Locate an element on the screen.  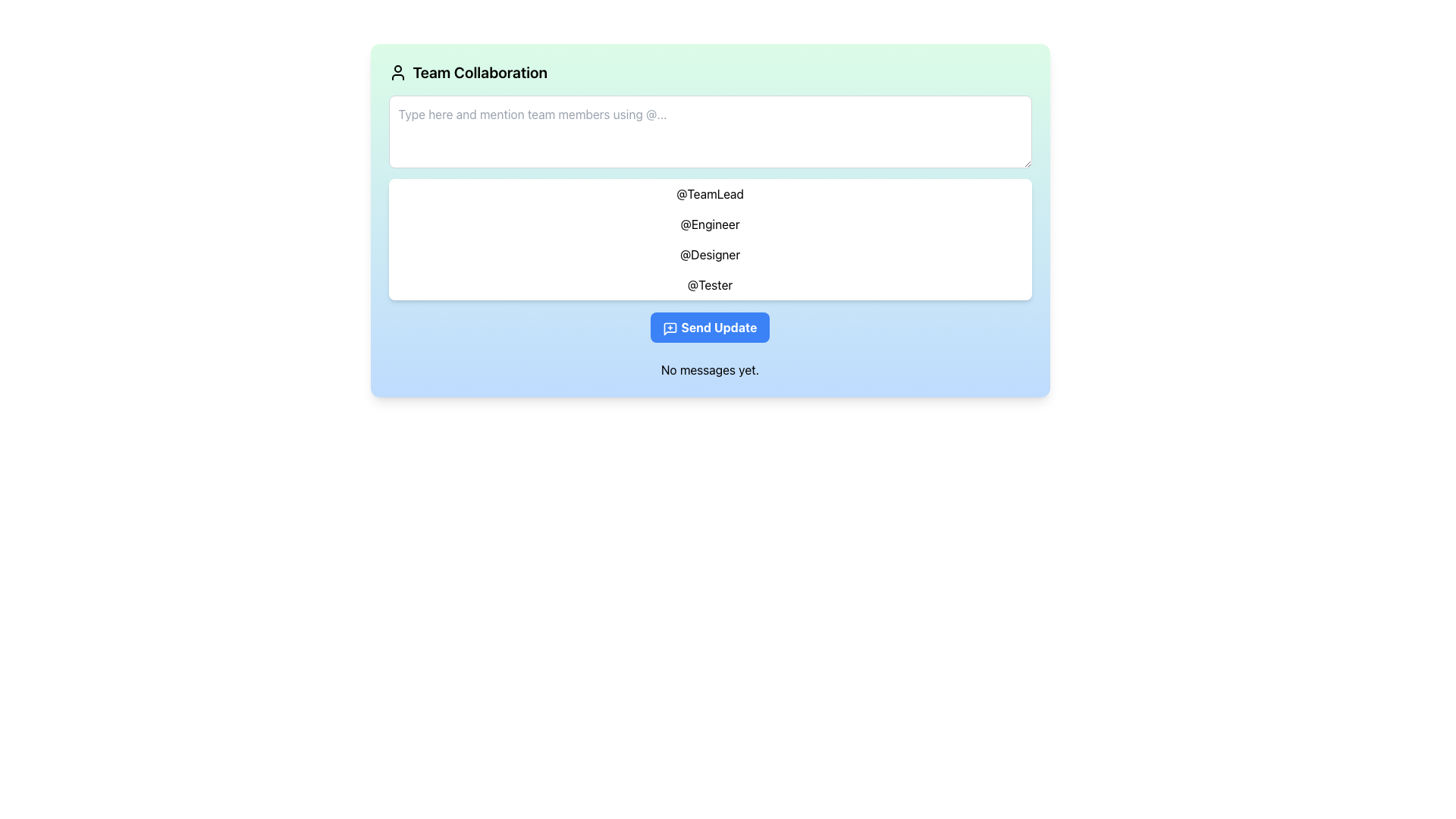
the static text displaying 'No messages yet.' located at the bottom of the panel, below the 'Send Update' button is located at coordinates (709, 370).